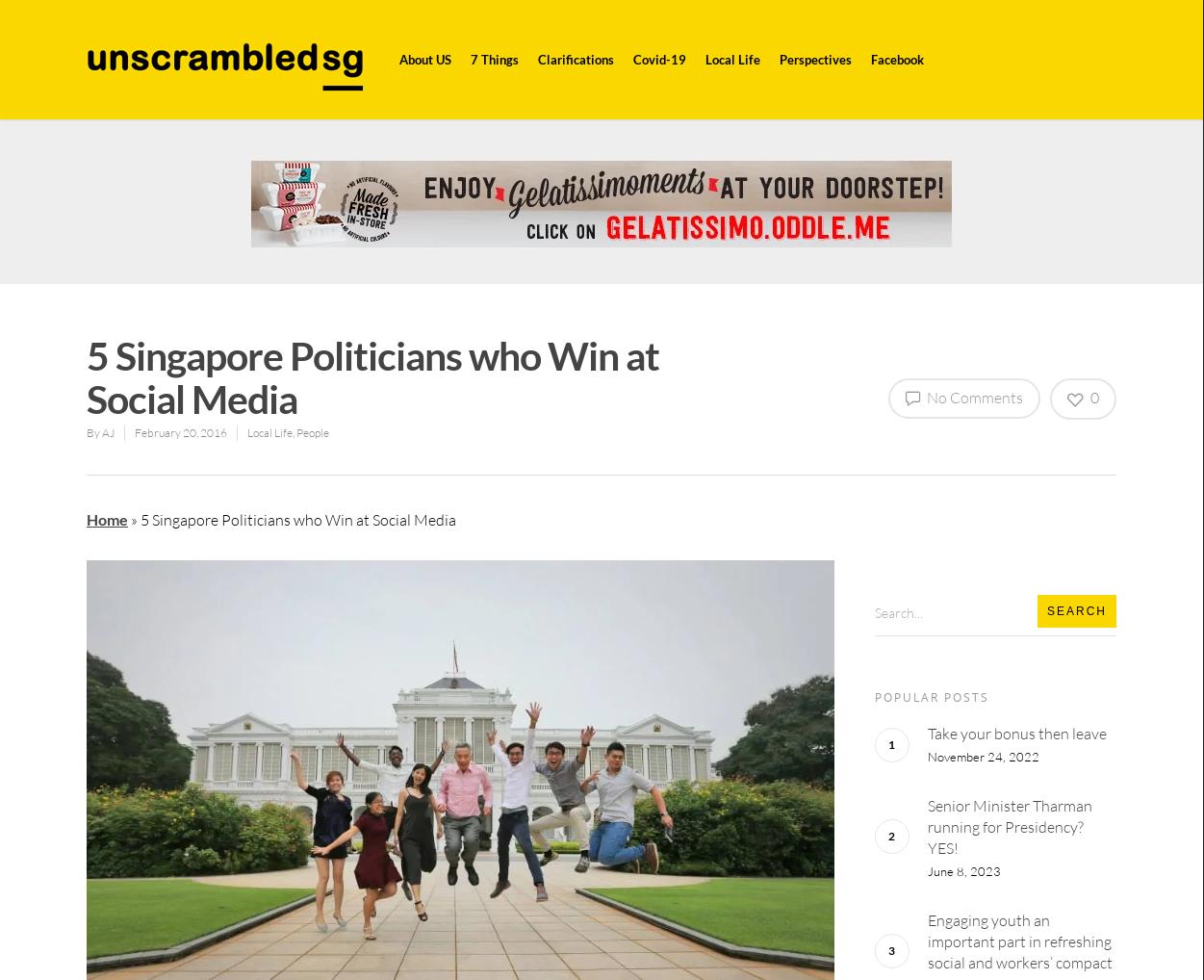 Image resolution: width=1204 pixels, height=980 pixels. Describe the element at coordinates (982, 756) in the screenshot. I see `'November 24, 2022'` at that location.